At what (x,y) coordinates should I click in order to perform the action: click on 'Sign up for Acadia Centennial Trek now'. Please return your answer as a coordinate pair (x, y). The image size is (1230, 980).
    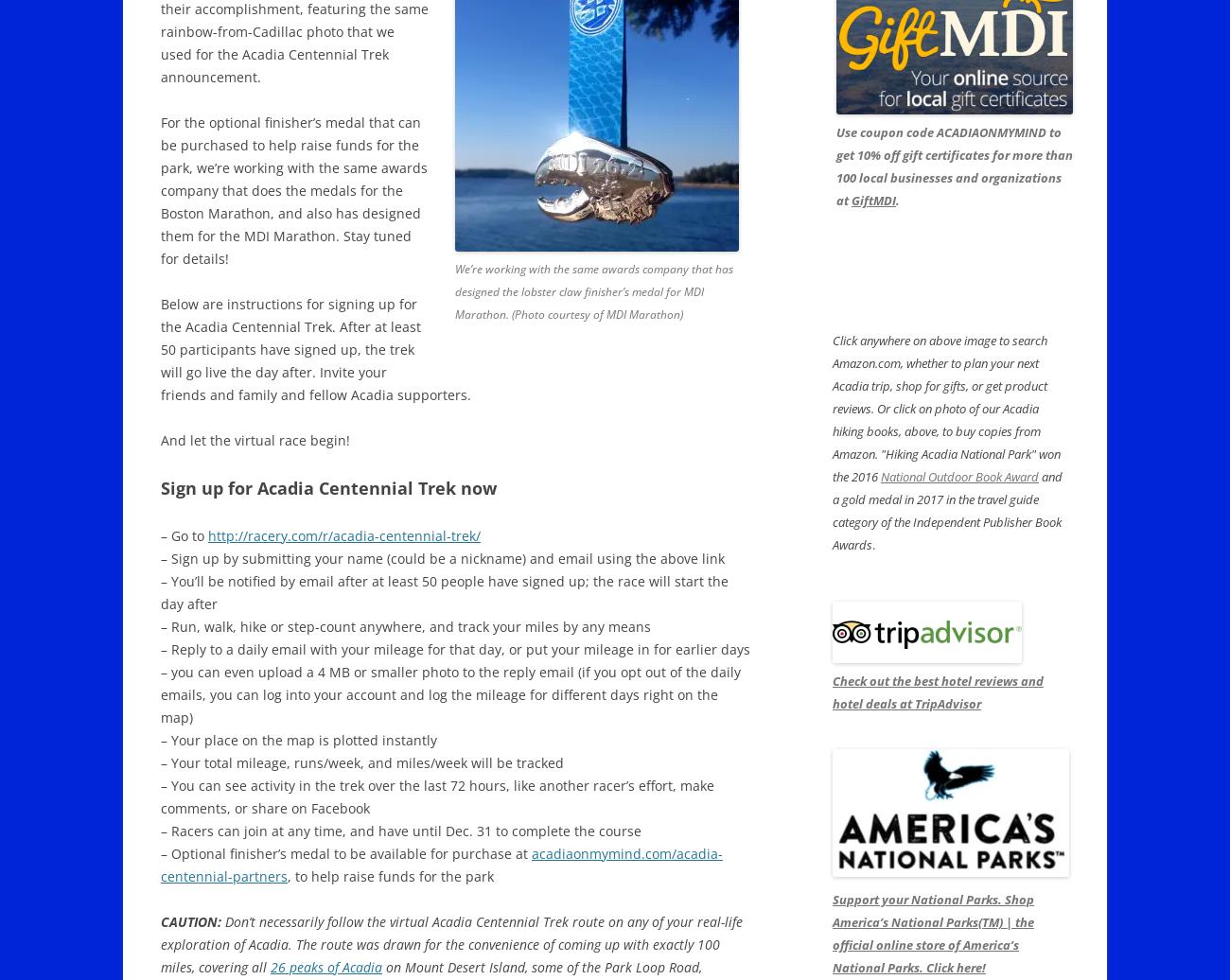
    Looking at the image, I should click on (161, 488).